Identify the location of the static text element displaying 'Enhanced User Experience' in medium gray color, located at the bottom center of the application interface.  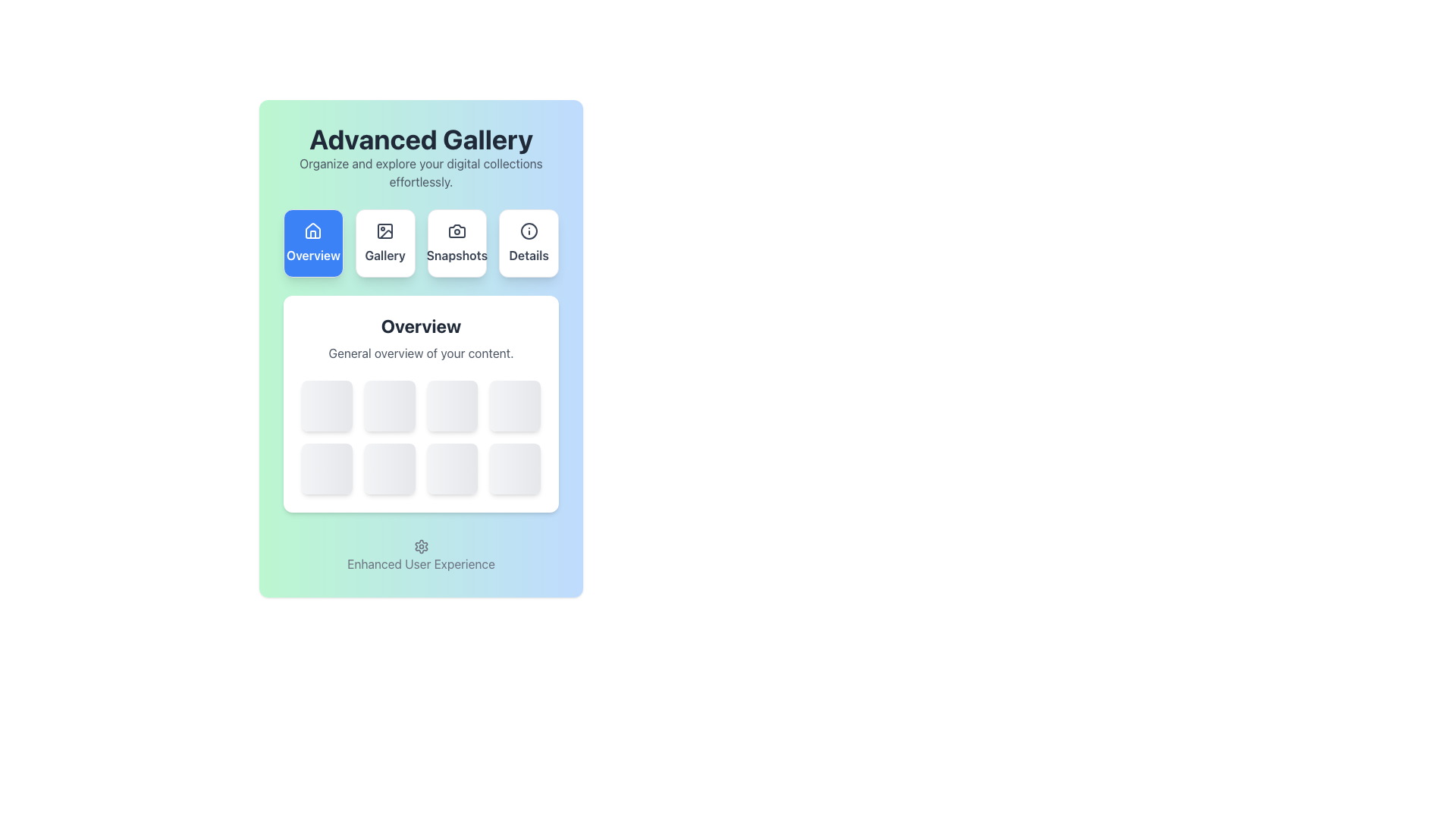
(421, 563).